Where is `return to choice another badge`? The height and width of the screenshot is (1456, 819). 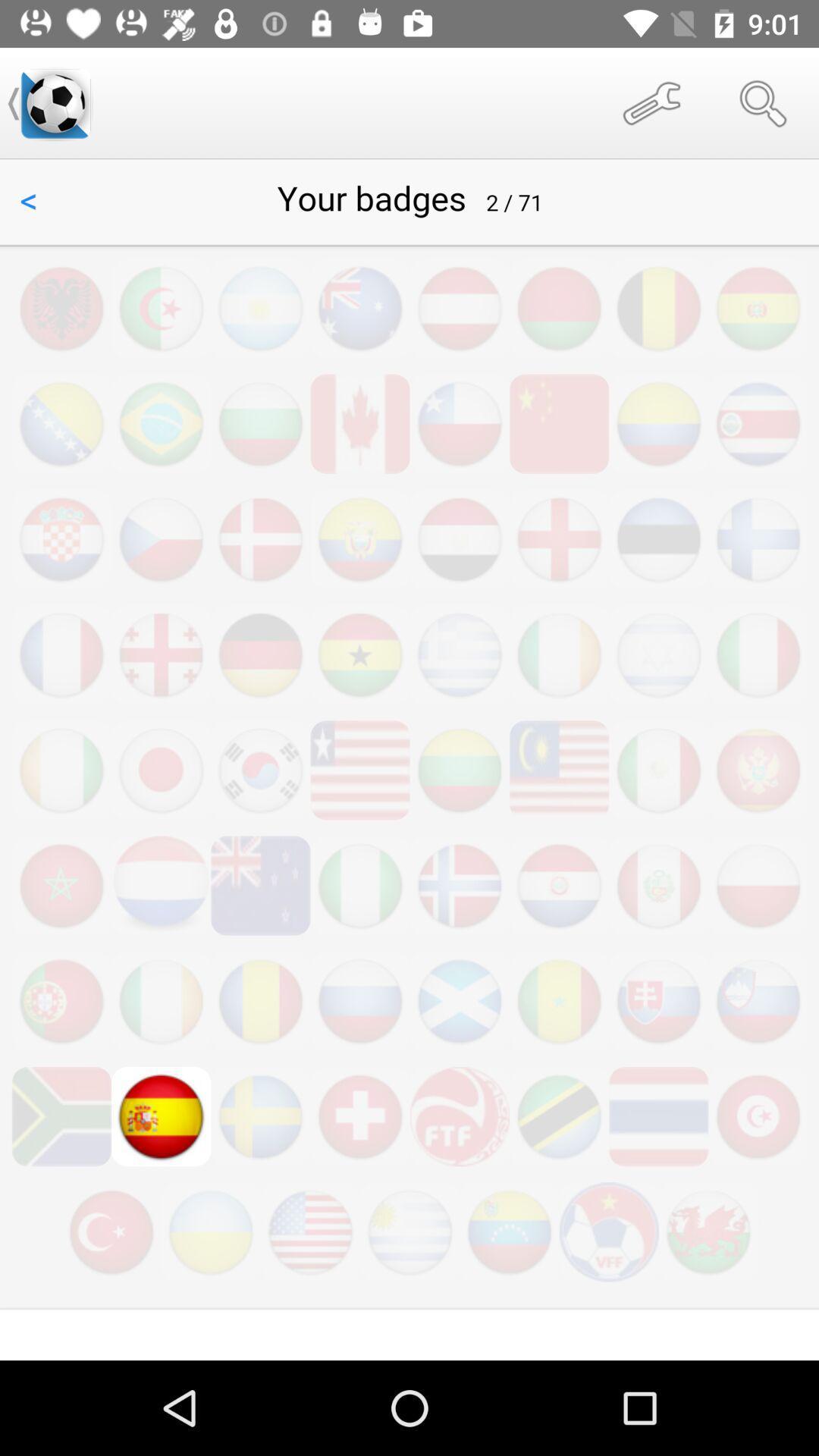 return to choice another badge is located at coordinates (409, 760).